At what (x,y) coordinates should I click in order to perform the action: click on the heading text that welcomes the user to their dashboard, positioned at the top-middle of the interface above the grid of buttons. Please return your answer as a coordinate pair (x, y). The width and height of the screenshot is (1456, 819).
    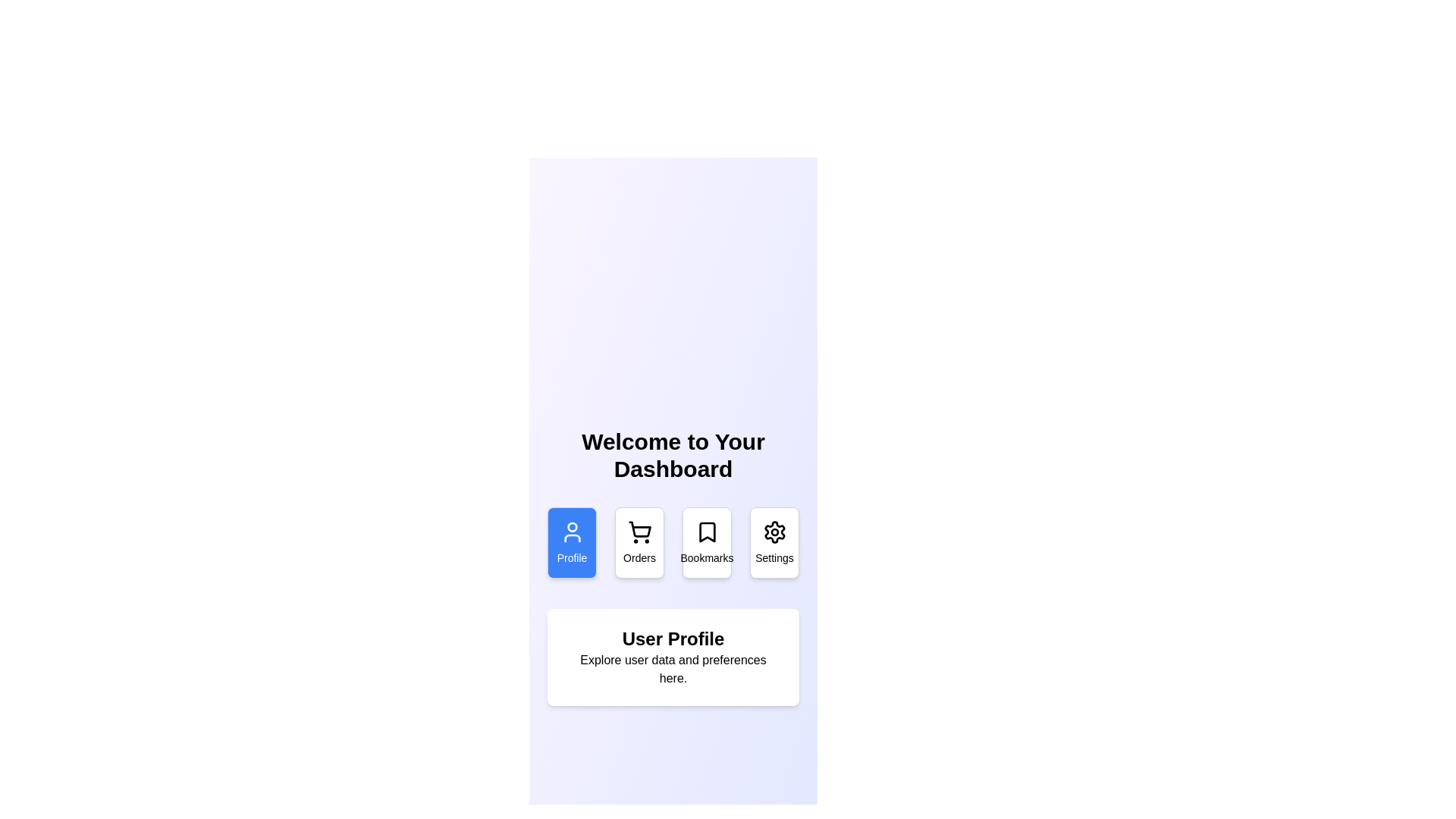
    Looking at the image, I should click on (673, 455).